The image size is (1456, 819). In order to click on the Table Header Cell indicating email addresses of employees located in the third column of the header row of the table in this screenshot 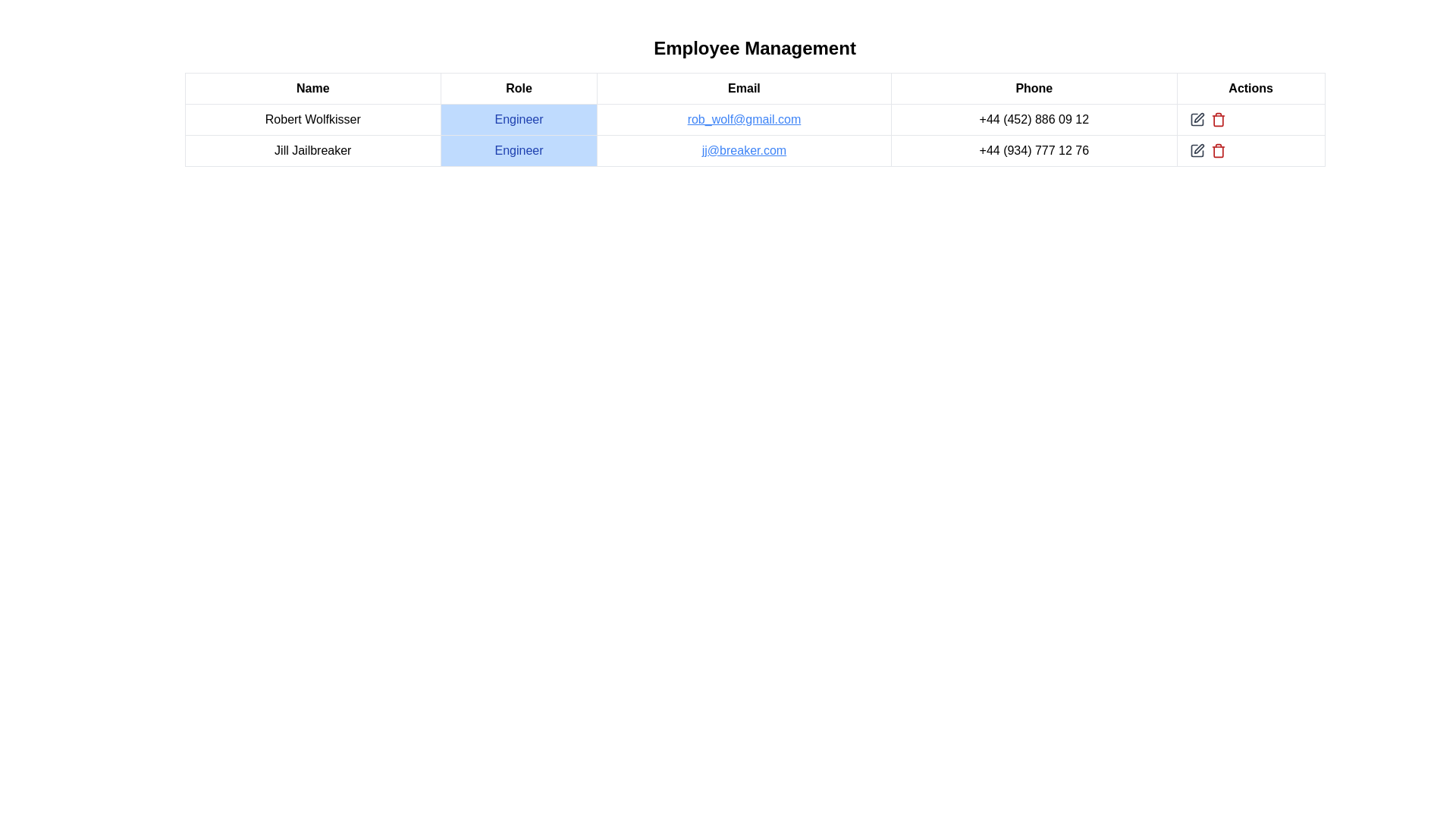, I will do `click(744, 88)`.